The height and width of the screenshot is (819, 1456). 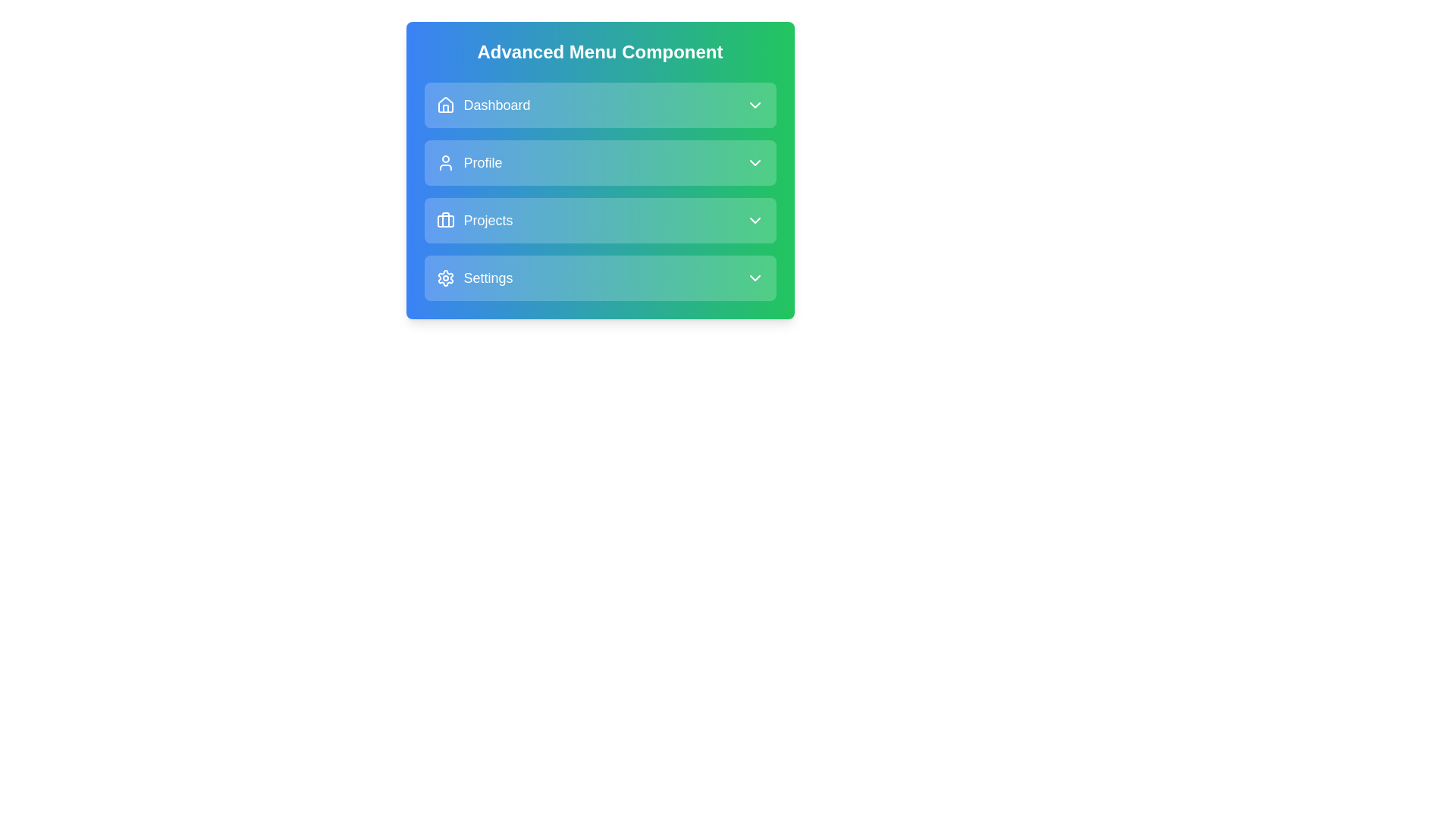 What do you see at coordinates (444, 220) in the screenshot?
I see `the 'Projects' icon located to the left of the 'Projects' label in the navigation menu` at bounding box center [444, 220].